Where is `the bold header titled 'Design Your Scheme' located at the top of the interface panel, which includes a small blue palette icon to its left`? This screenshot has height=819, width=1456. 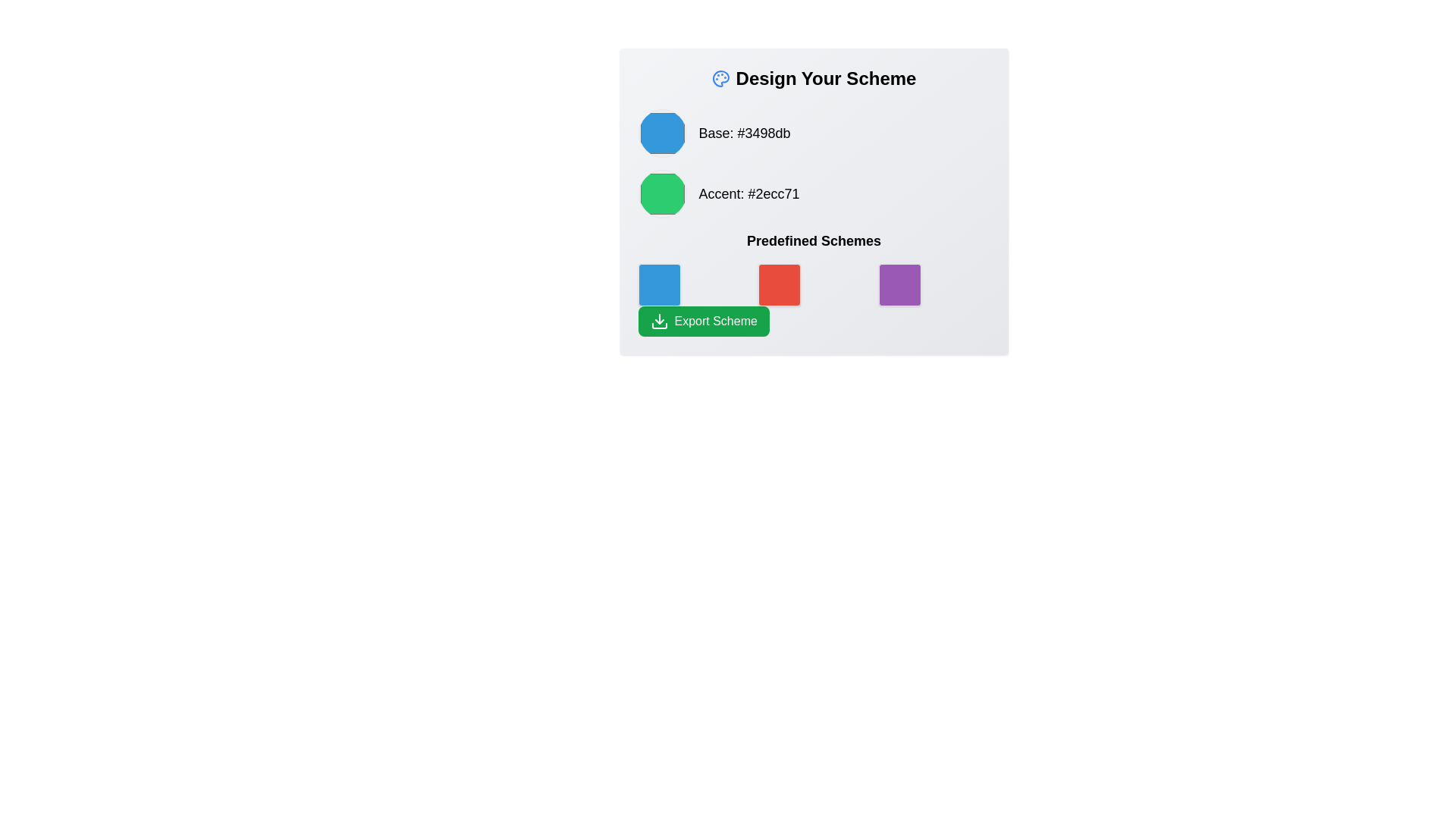
the bold header titled 'Design Your Scheme' located at the top of the interface panel, which includes a small blue palette icon to its left is located at coordinates (813, 79).